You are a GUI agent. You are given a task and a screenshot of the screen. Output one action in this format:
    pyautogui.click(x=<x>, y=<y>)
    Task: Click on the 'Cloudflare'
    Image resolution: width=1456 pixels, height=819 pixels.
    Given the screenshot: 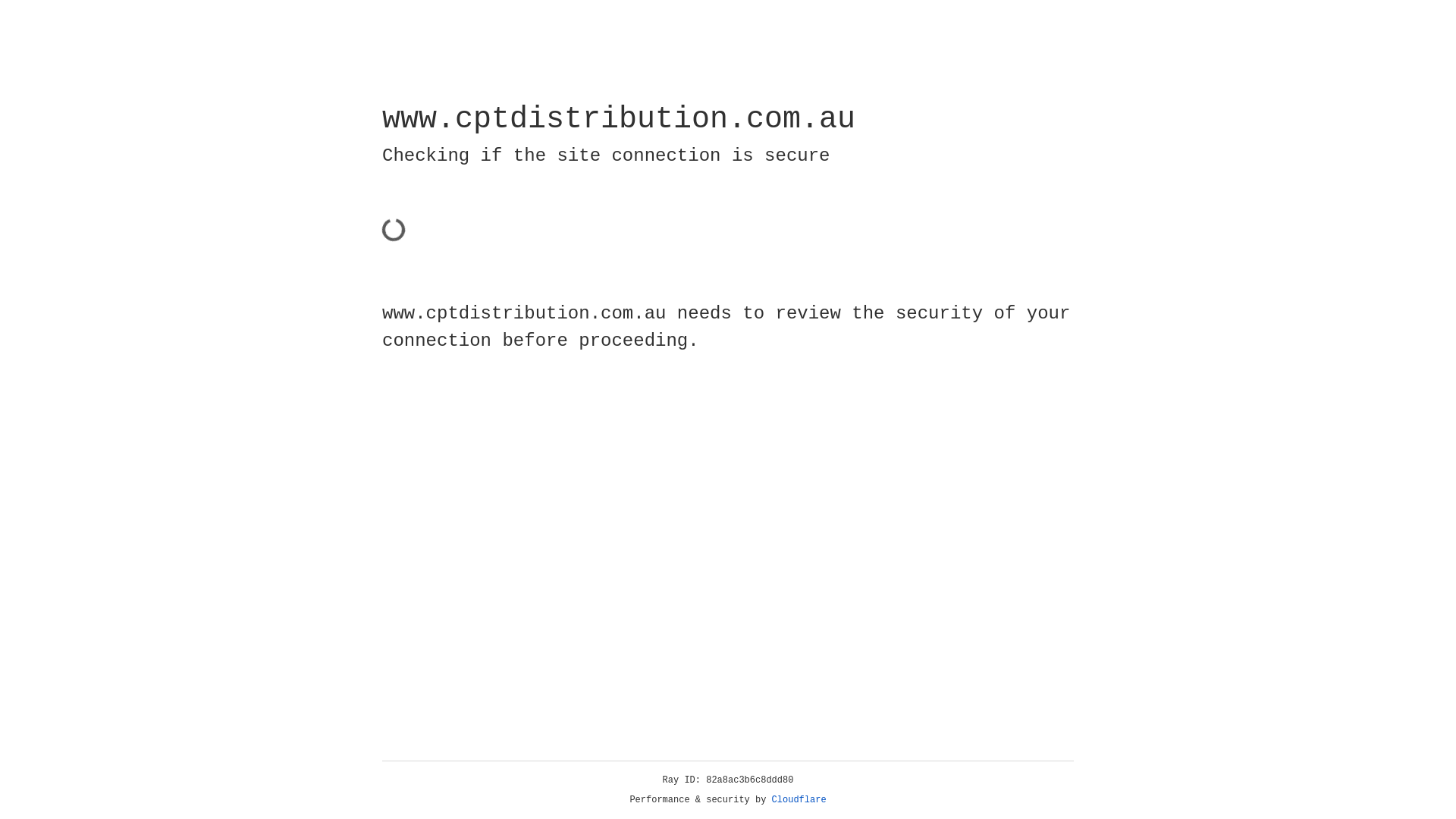 What is the action you would take?
    pyautogui.click(x=799, y=799)
    